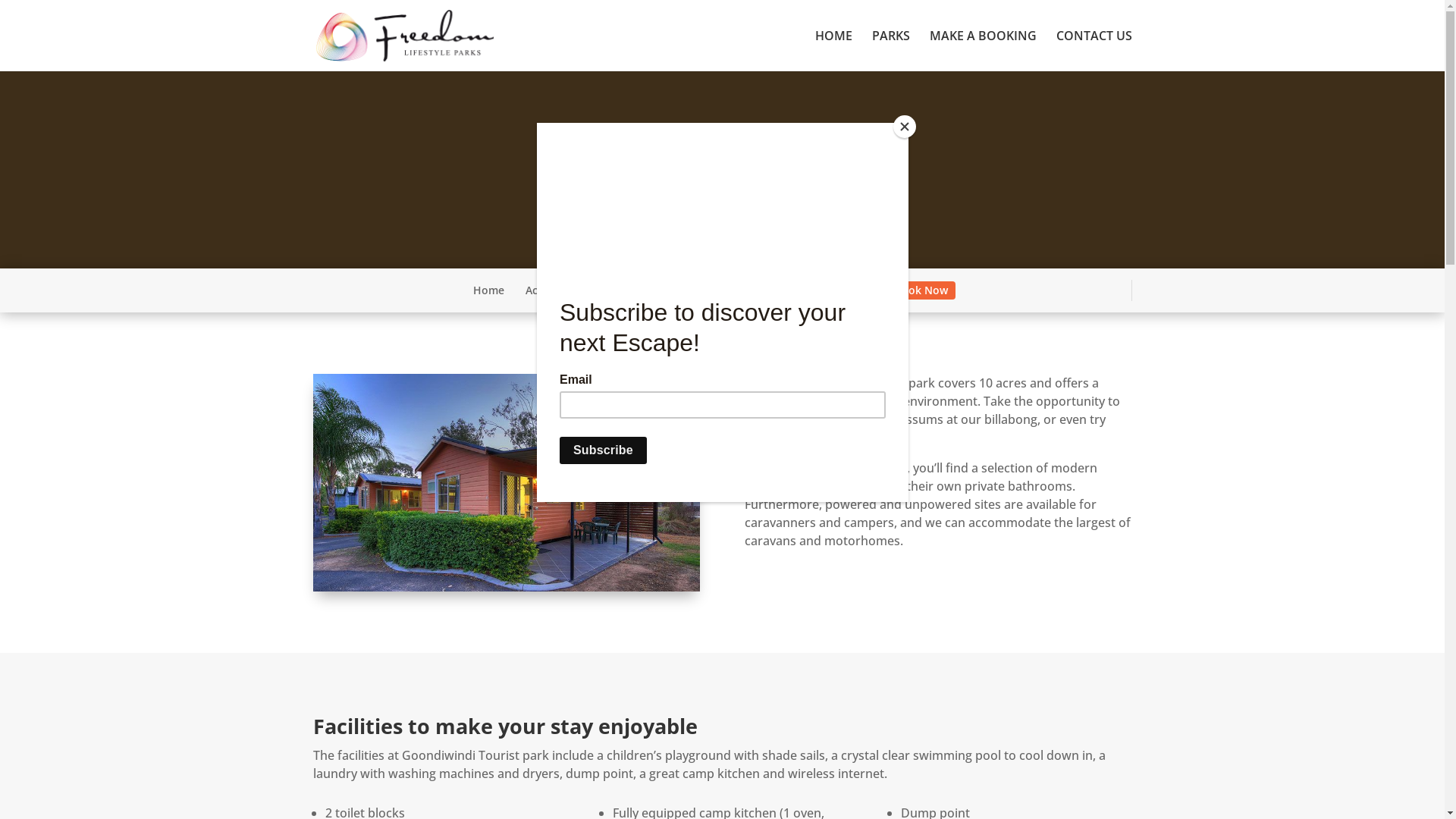 The image size is (1456, 819). I want to click on 'MAKE A BOOKING', so click(983, 49).